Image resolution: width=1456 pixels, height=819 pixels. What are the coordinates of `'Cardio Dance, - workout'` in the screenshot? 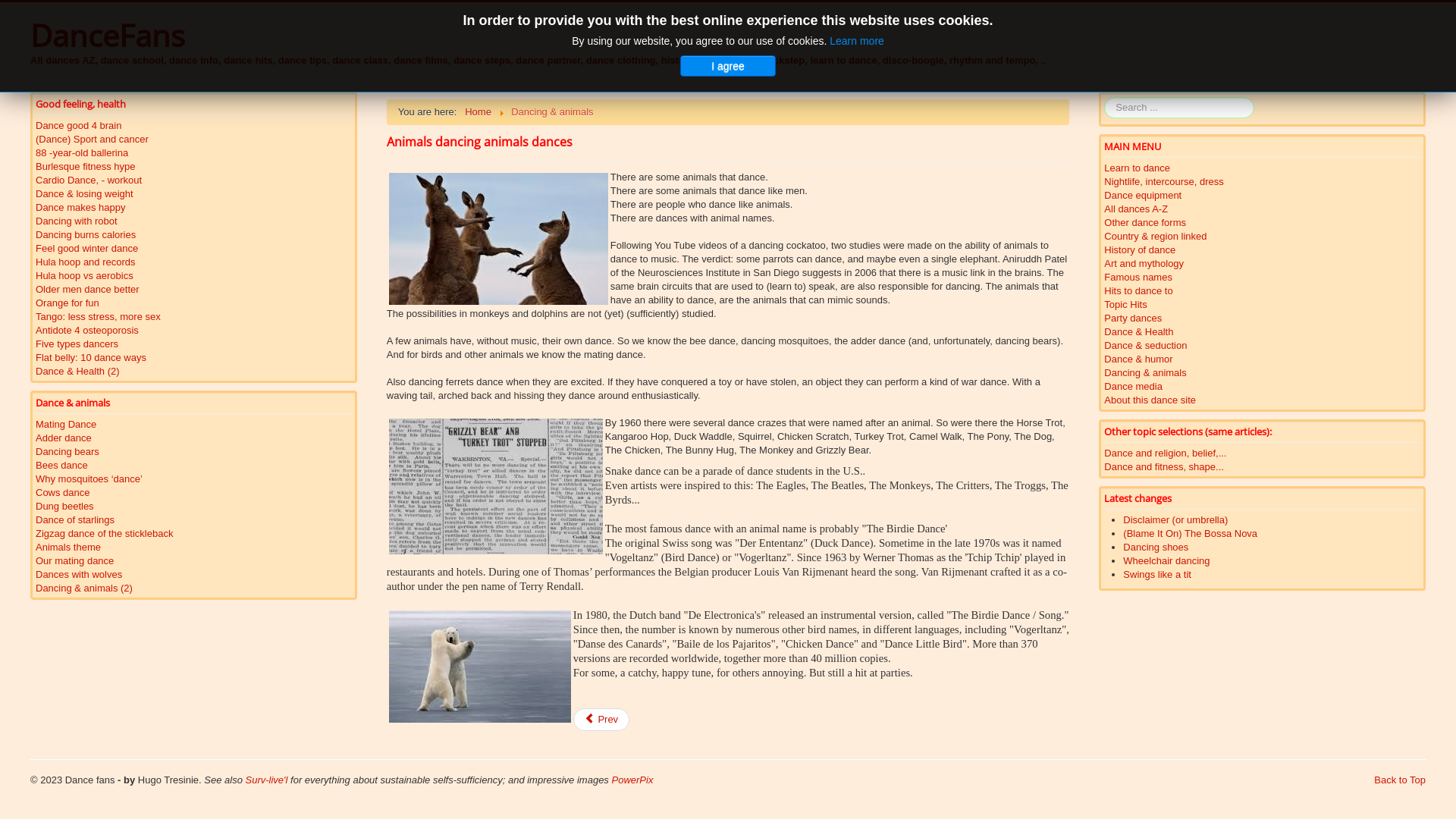 It's located at (36, 180).